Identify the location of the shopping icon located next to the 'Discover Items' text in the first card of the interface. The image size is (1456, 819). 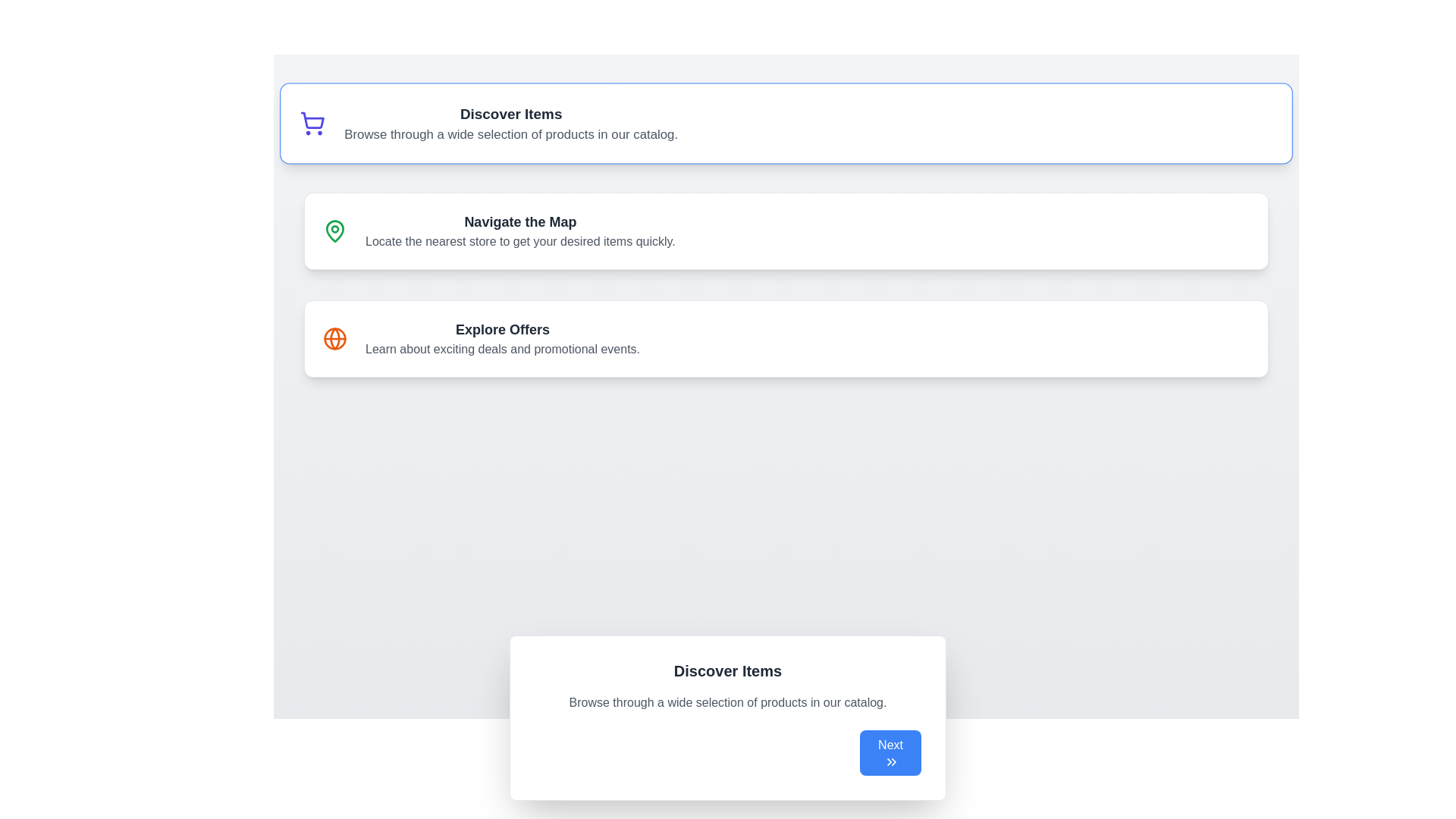
(312, 119).